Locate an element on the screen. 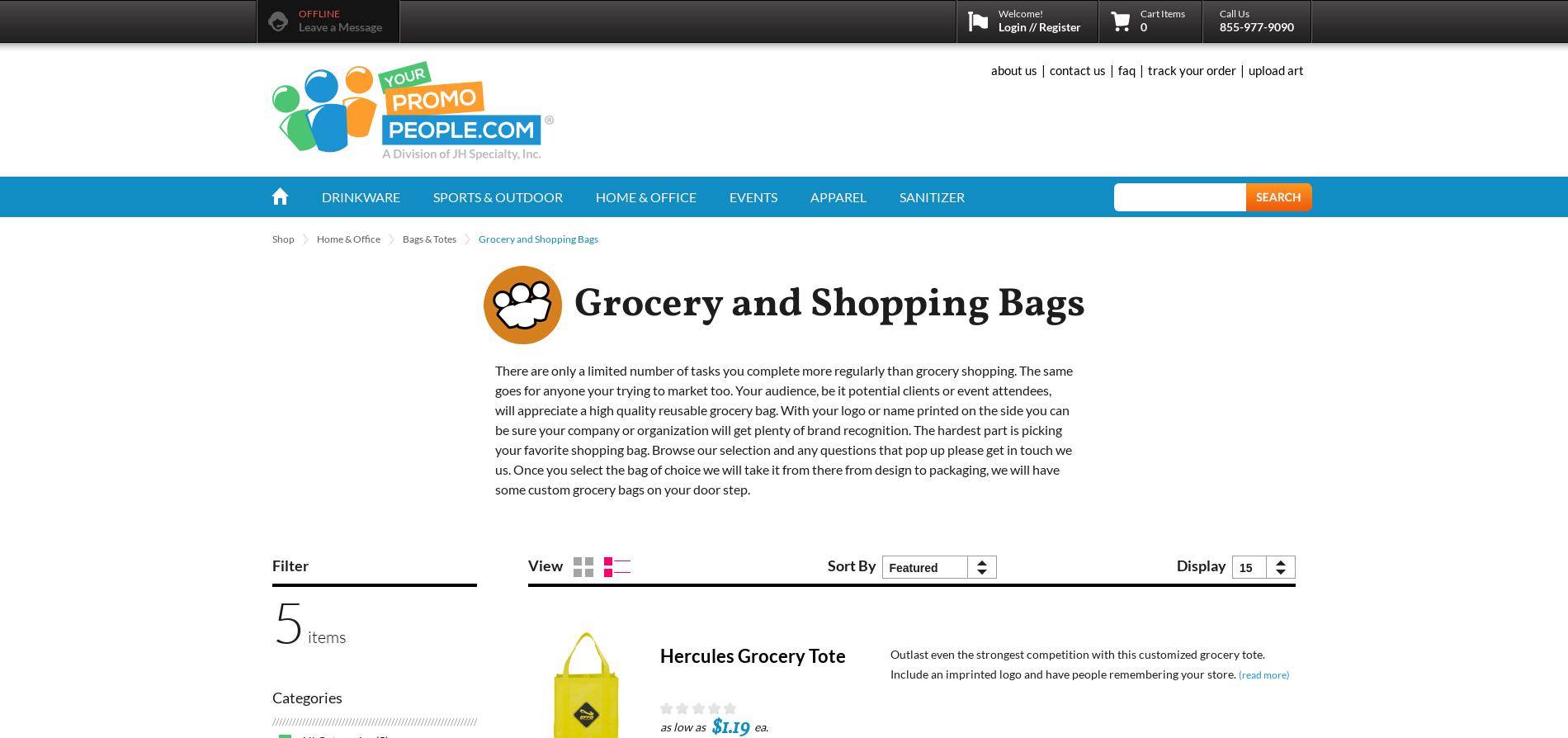  'Home & Office' is located at coordinates (347, 238).